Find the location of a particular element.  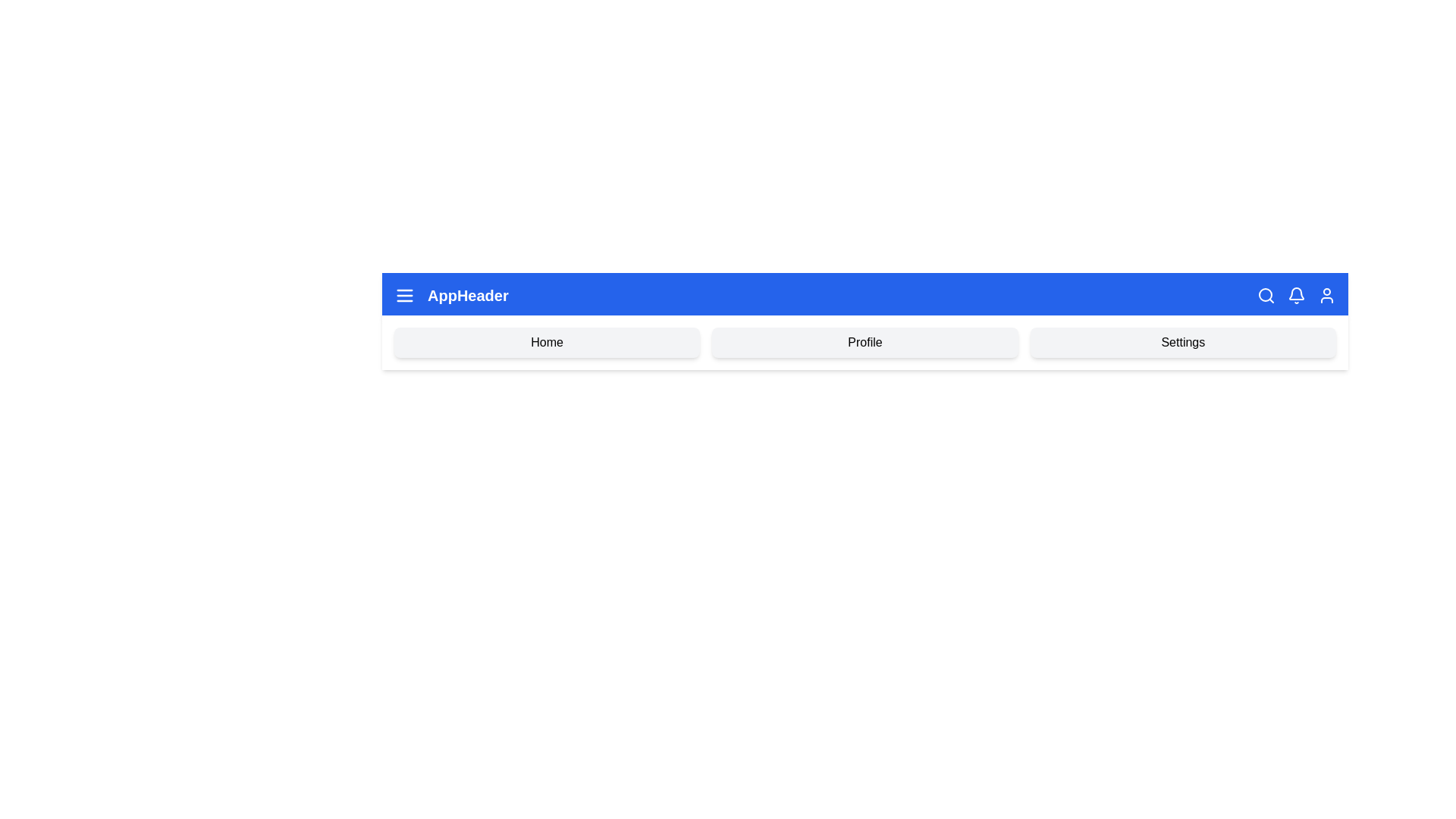

the bell icon to view notifications is located at coordinates (1295, 295).